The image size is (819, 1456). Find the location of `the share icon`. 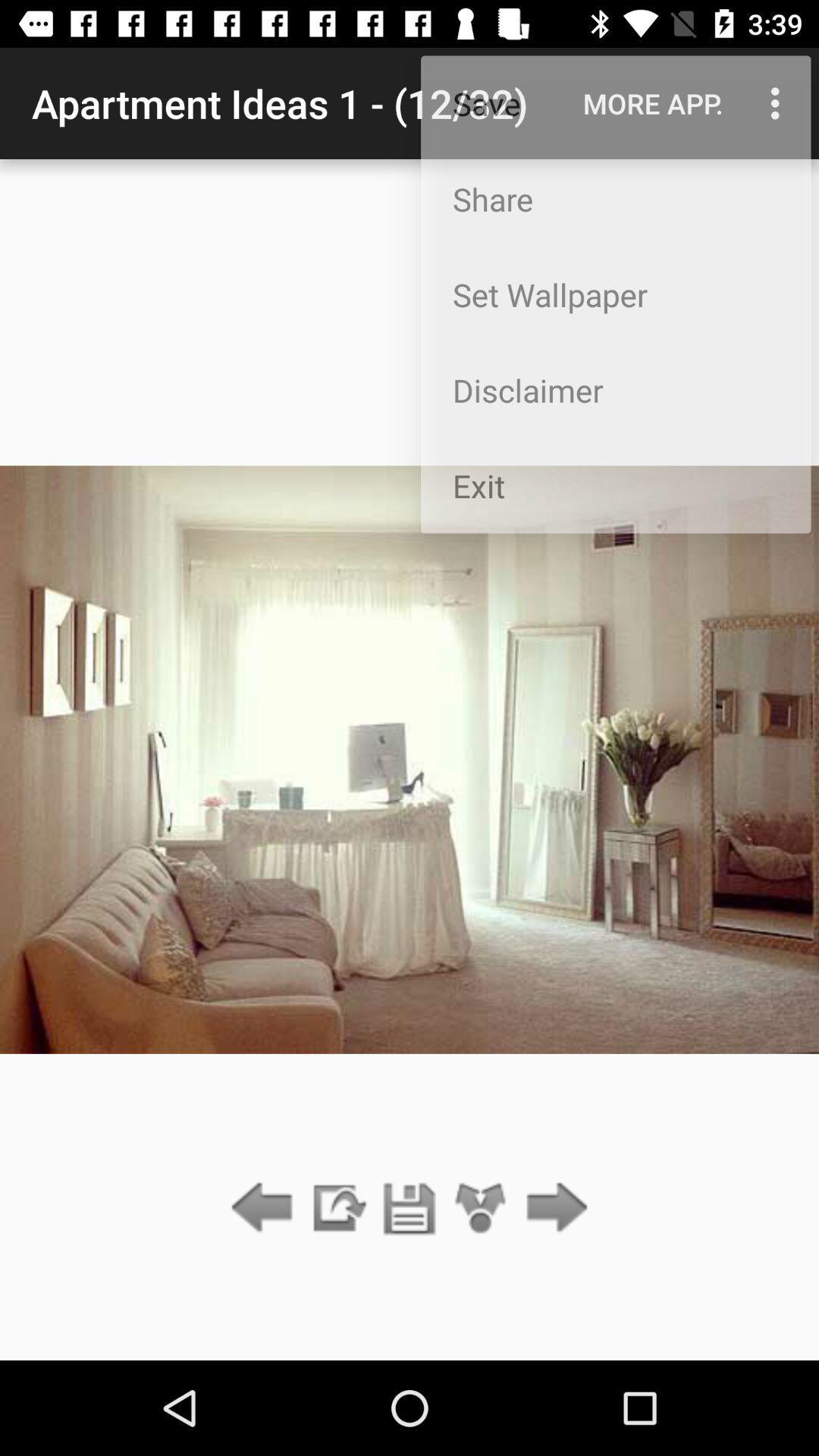

the share icon is located at coordinates (481, 1208).